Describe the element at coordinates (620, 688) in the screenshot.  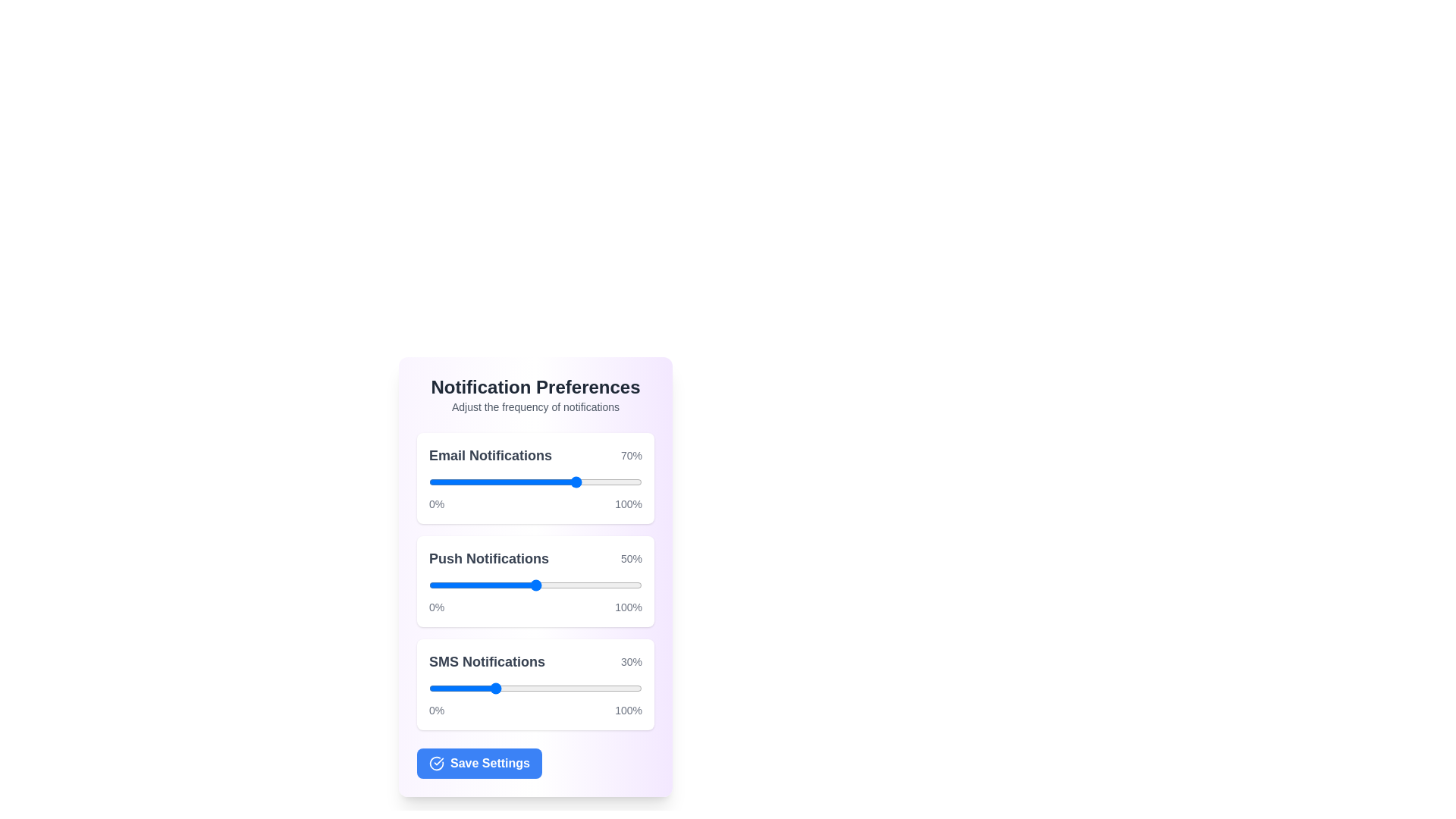
I see `the SMS Notifications slider` at that location.